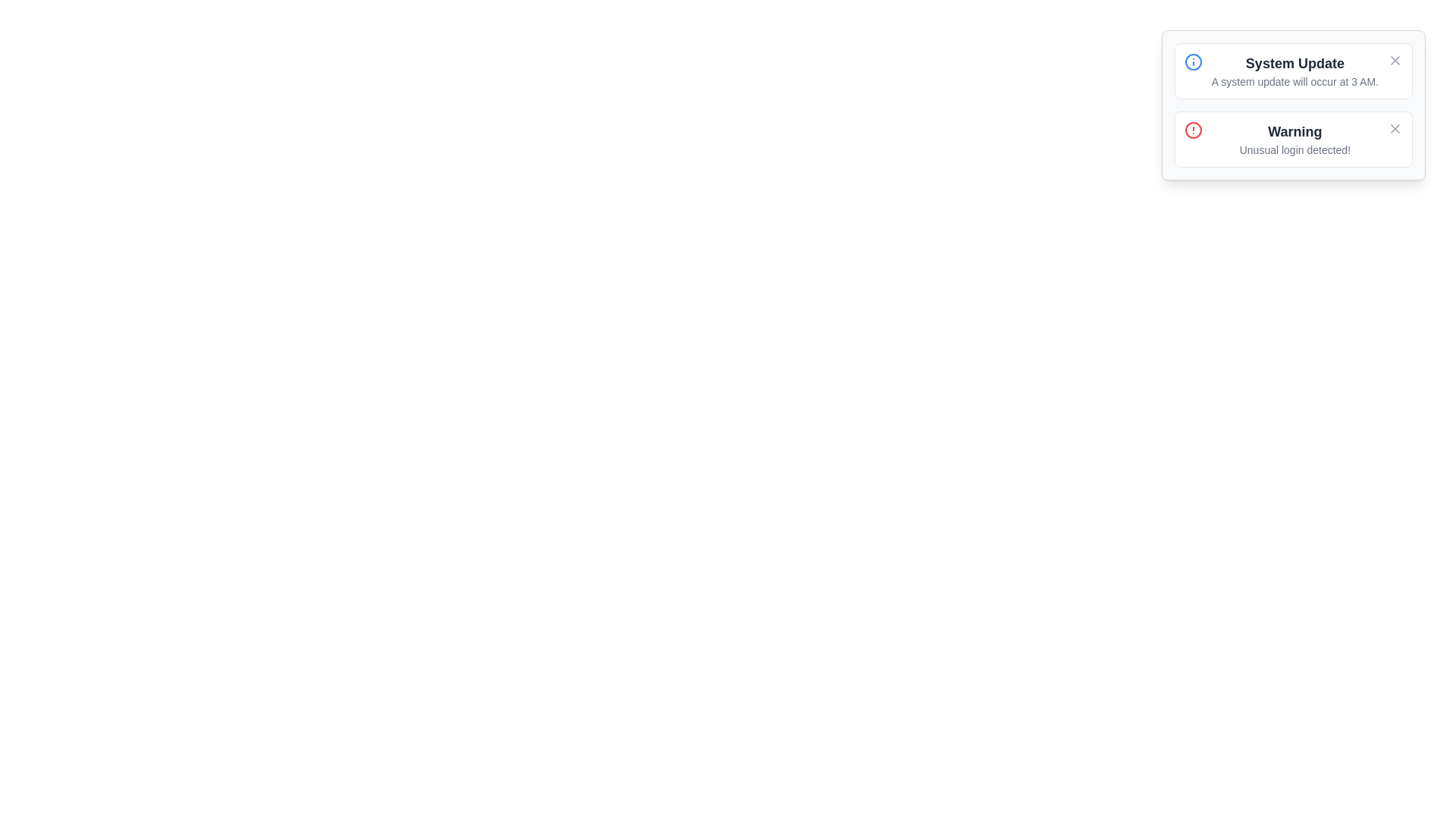  Describe the element at coordinates (1192, 130) in the screenshot. I see `the warning indicator circle in the SVG component located in the second card of the notification group, which signifies an alert for unusual login activity` at that location.